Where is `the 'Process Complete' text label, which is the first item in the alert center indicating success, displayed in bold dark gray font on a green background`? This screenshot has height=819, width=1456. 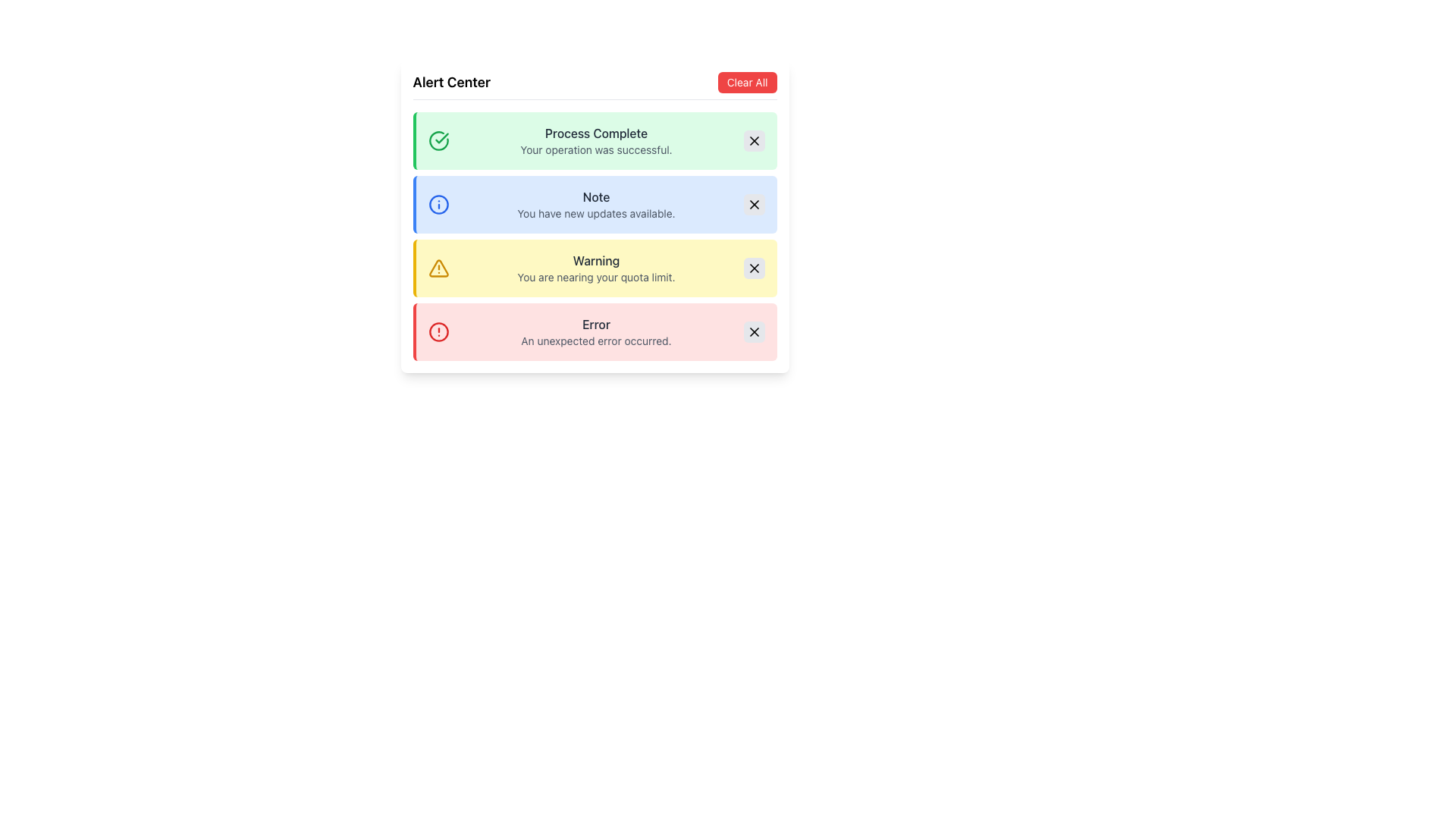 the 'Process Complete' text label, which is the first item in the alert center indicating success, displayed in bold dark gray font on a green background is located at coordinates (595, 133).